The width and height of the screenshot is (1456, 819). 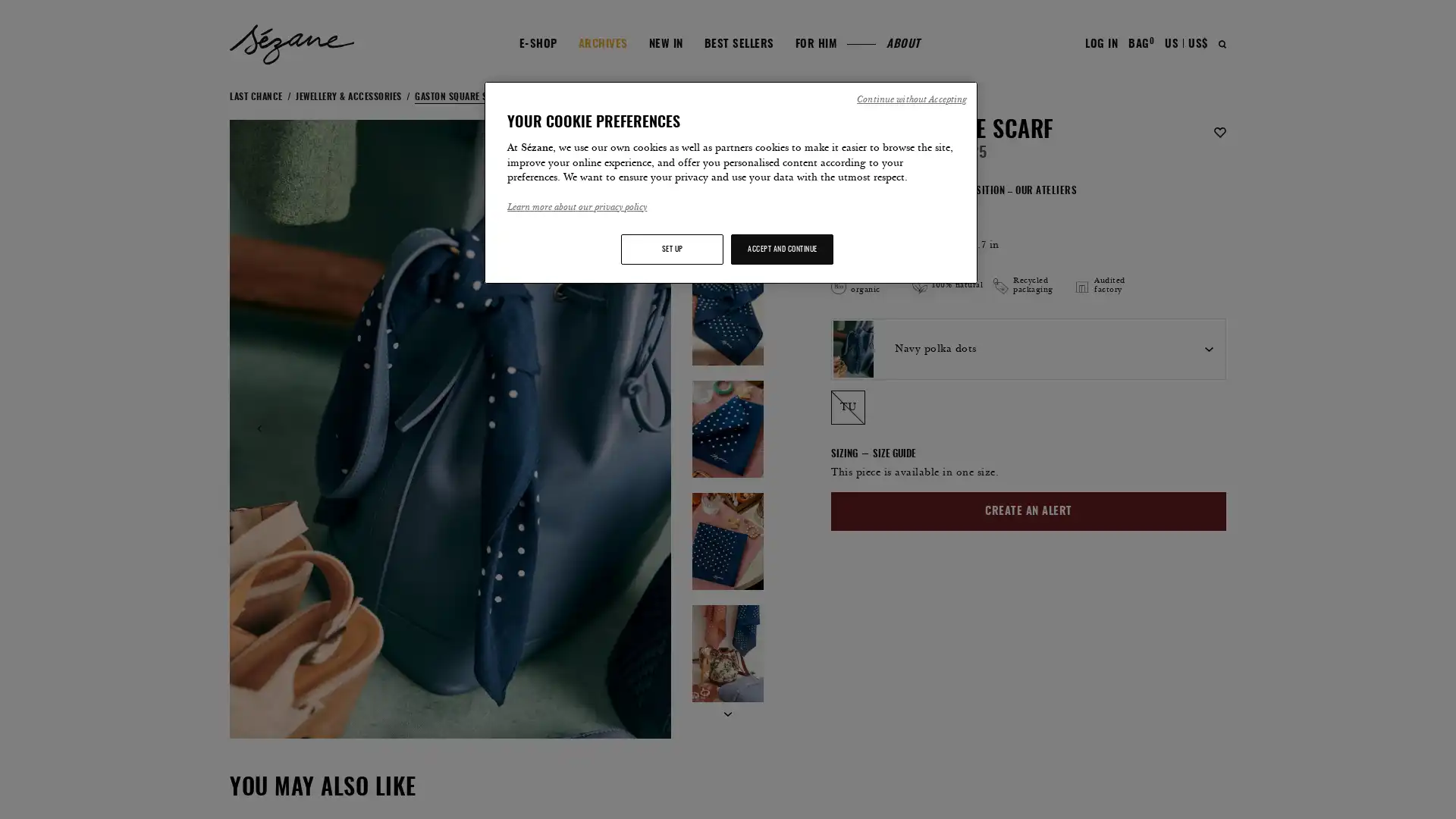 What do you see at coordinates (782, 247) in the screenshot?
I see `ACCEPT AND CONTINUE` at bounding box center [782, 247].